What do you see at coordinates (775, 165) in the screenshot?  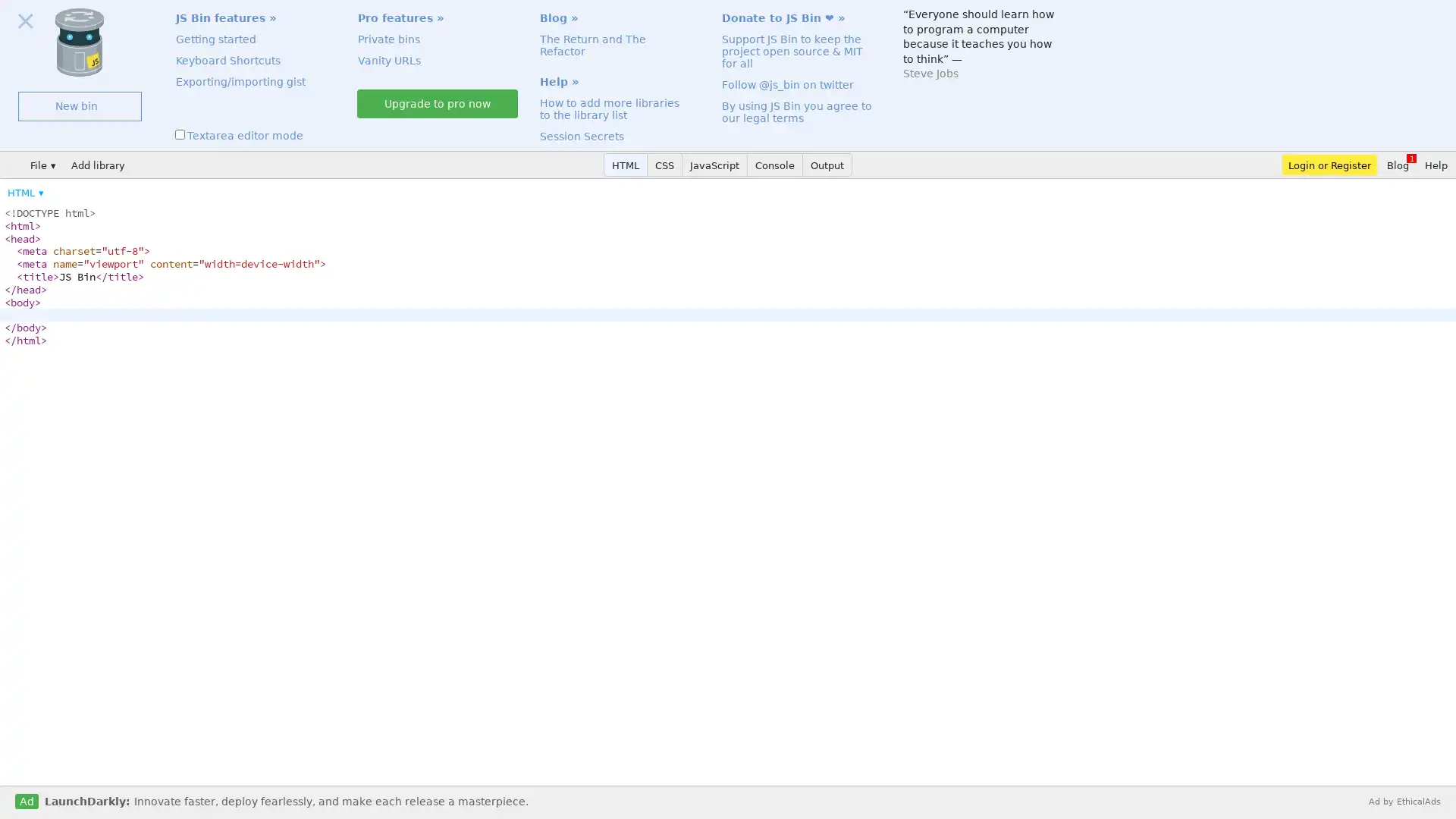 I see `Console Panel: Inactive` at bounding box center [775, 165].